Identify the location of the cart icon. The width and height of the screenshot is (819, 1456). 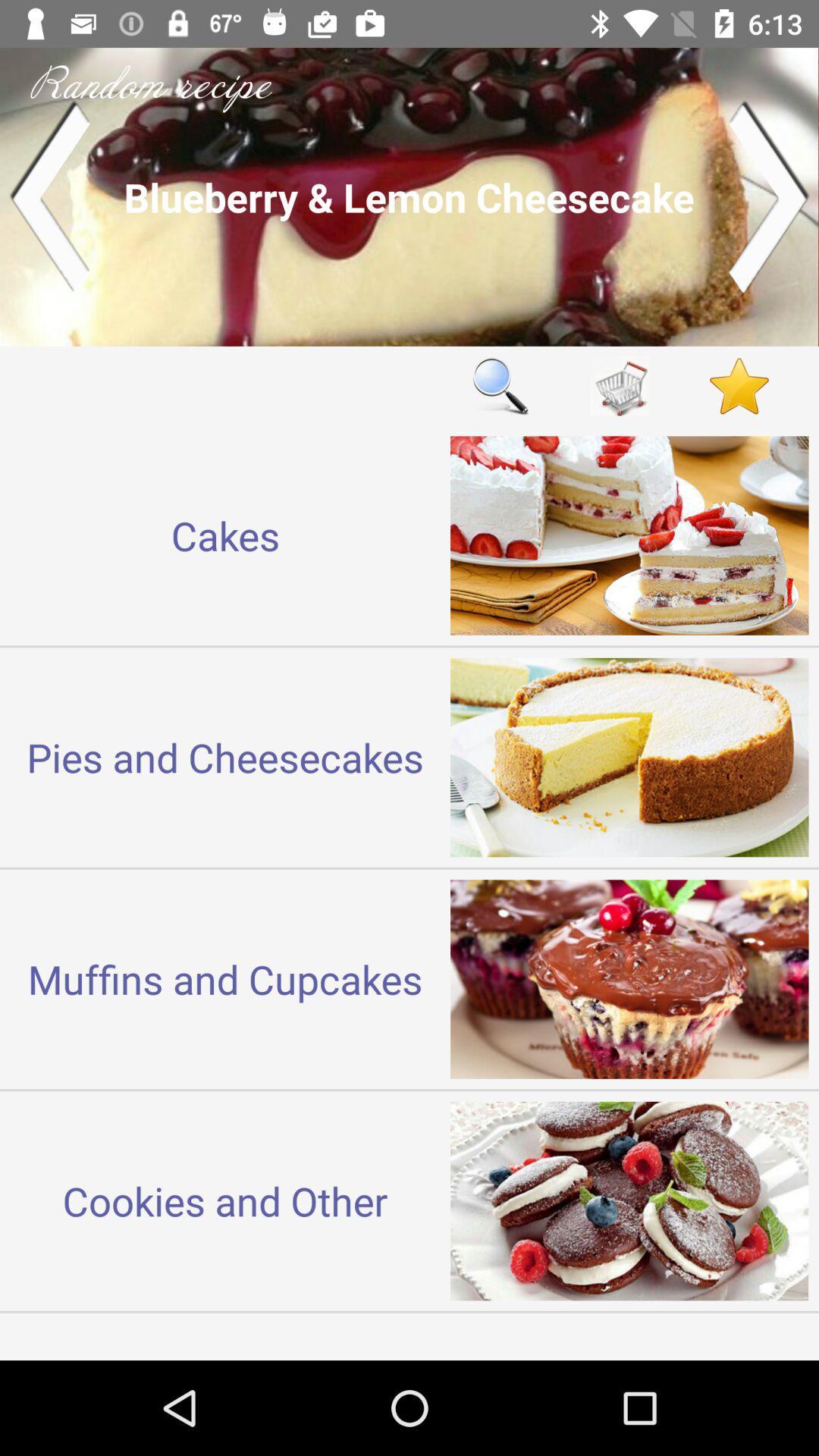
(620, 386).